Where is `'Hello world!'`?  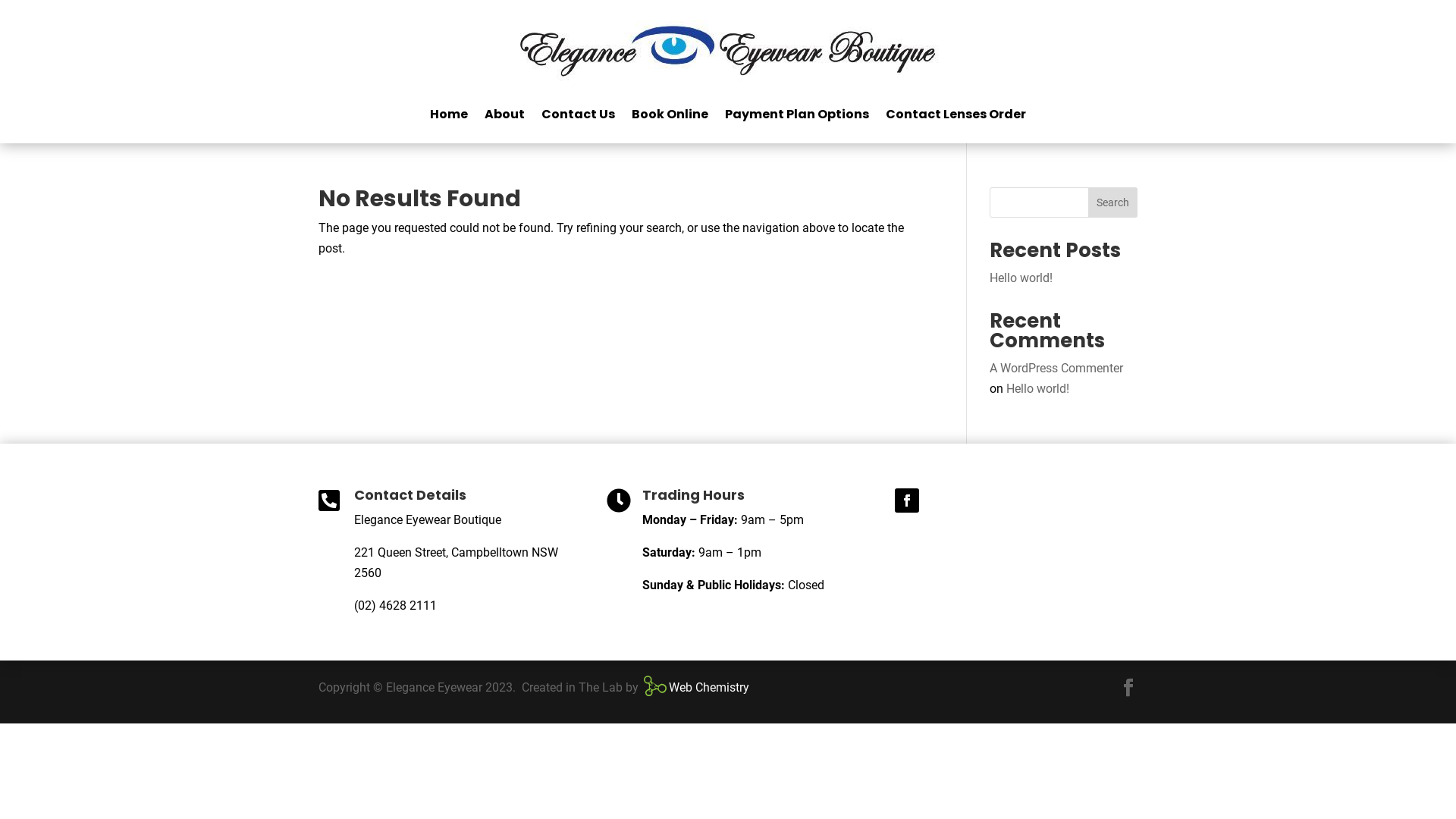
'Hello world!' is located at coordinates (1037, 388).